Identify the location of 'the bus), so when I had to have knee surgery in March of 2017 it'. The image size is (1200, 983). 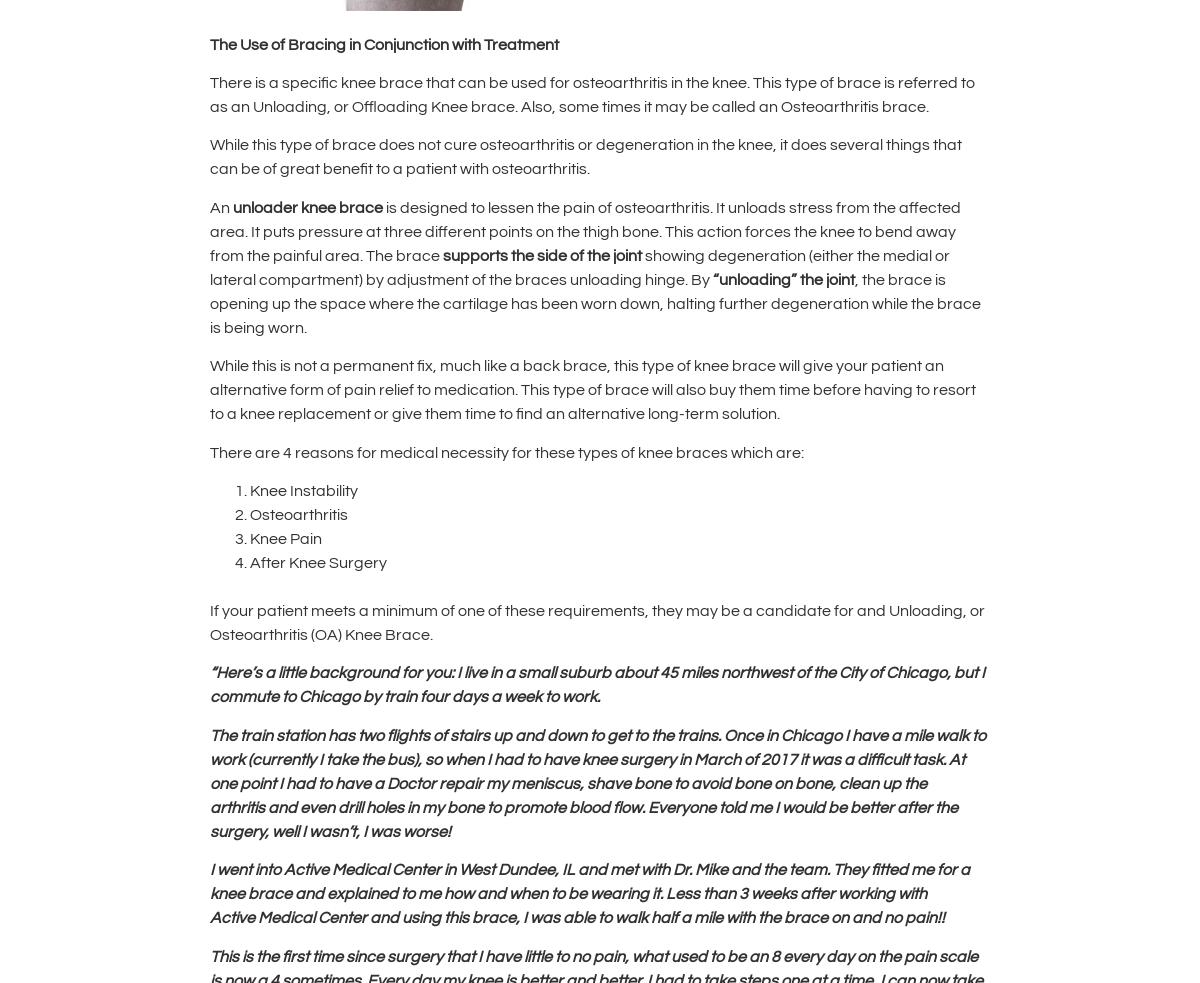
(584, 757).